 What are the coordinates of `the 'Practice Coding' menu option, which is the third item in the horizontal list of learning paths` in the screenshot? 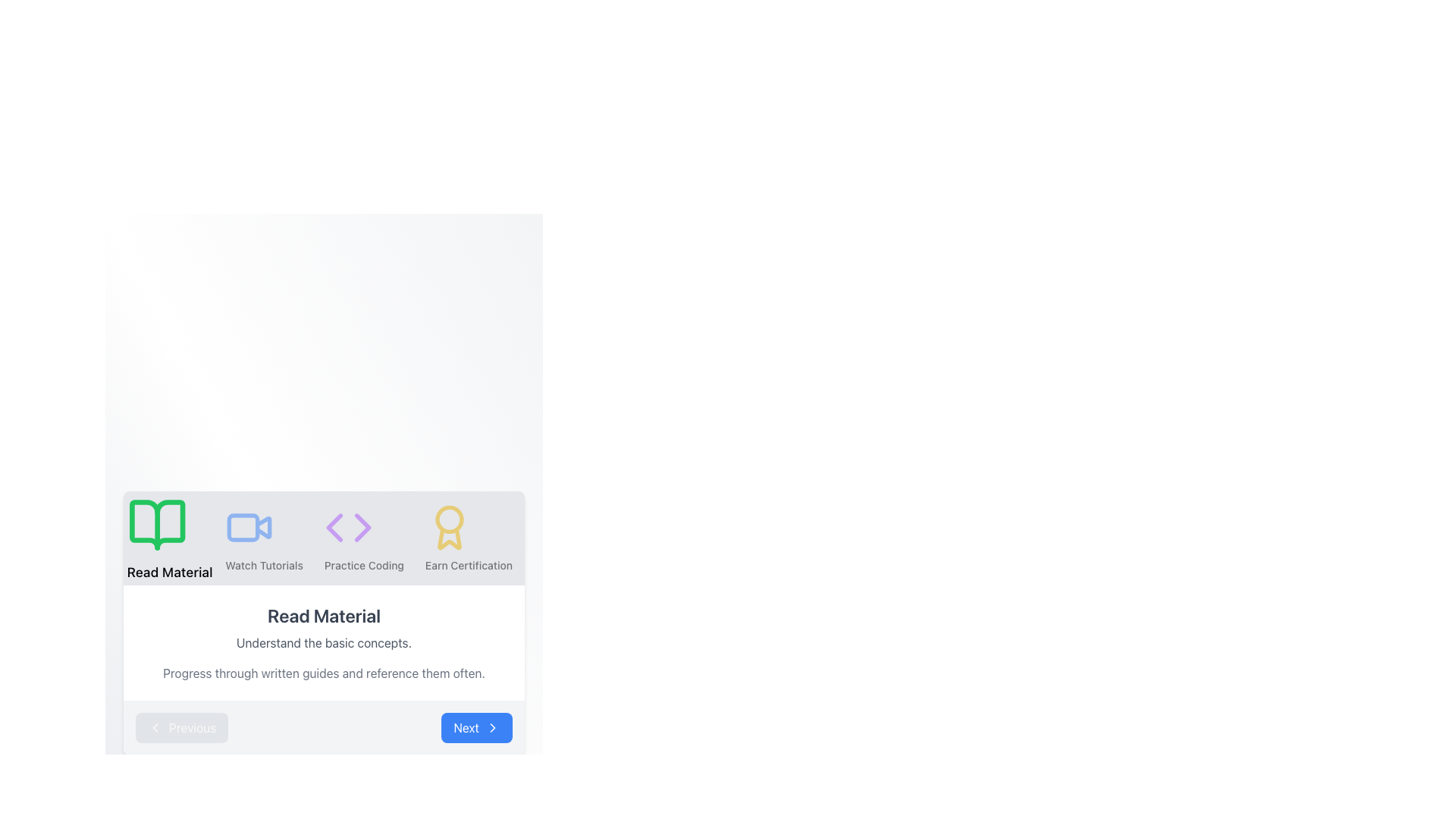 It's located at (364, 537).